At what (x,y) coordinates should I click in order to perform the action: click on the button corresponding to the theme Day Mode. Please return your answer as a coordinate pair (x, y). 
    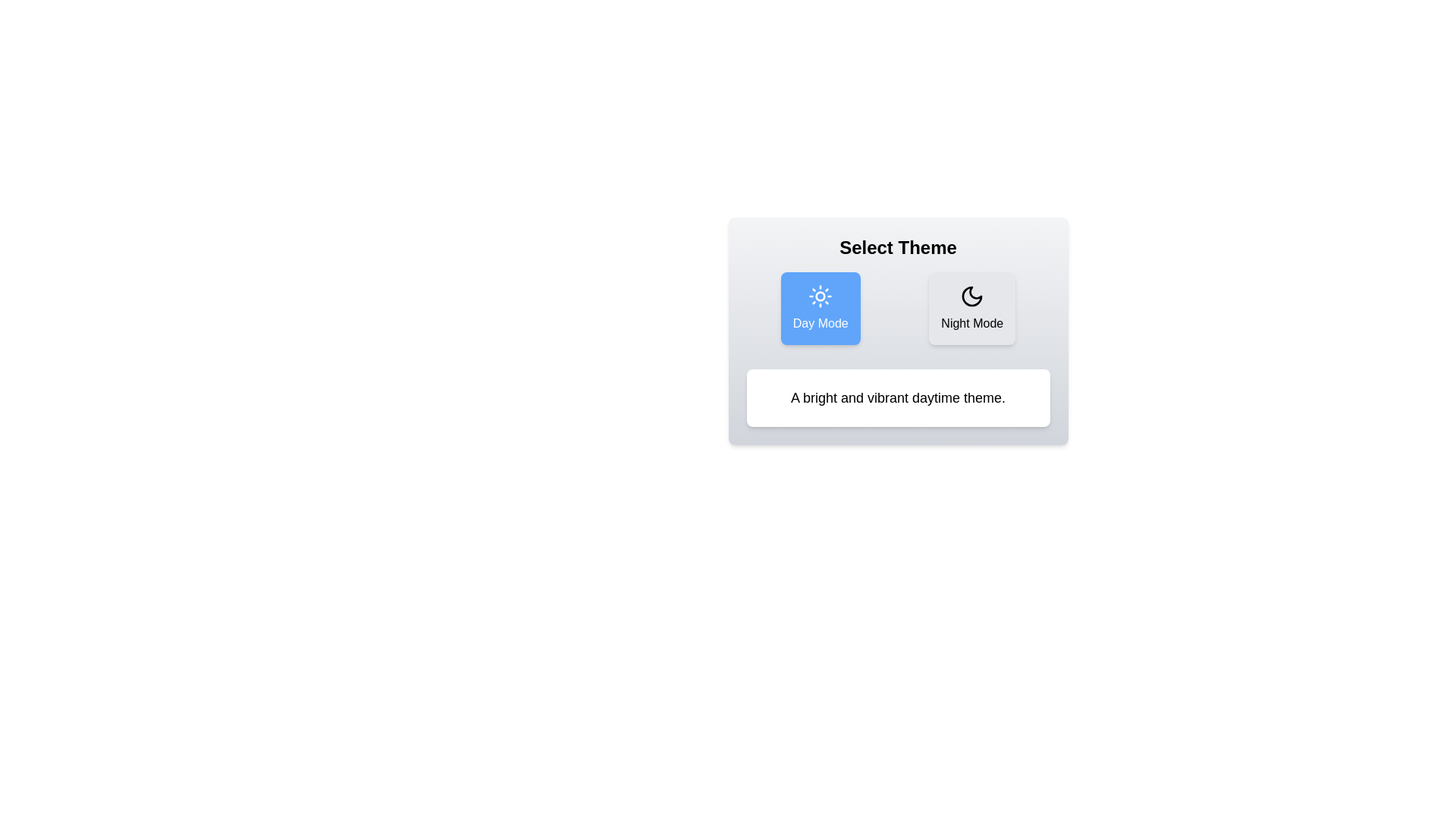
    Looking at the image, I should click on (820, 308).